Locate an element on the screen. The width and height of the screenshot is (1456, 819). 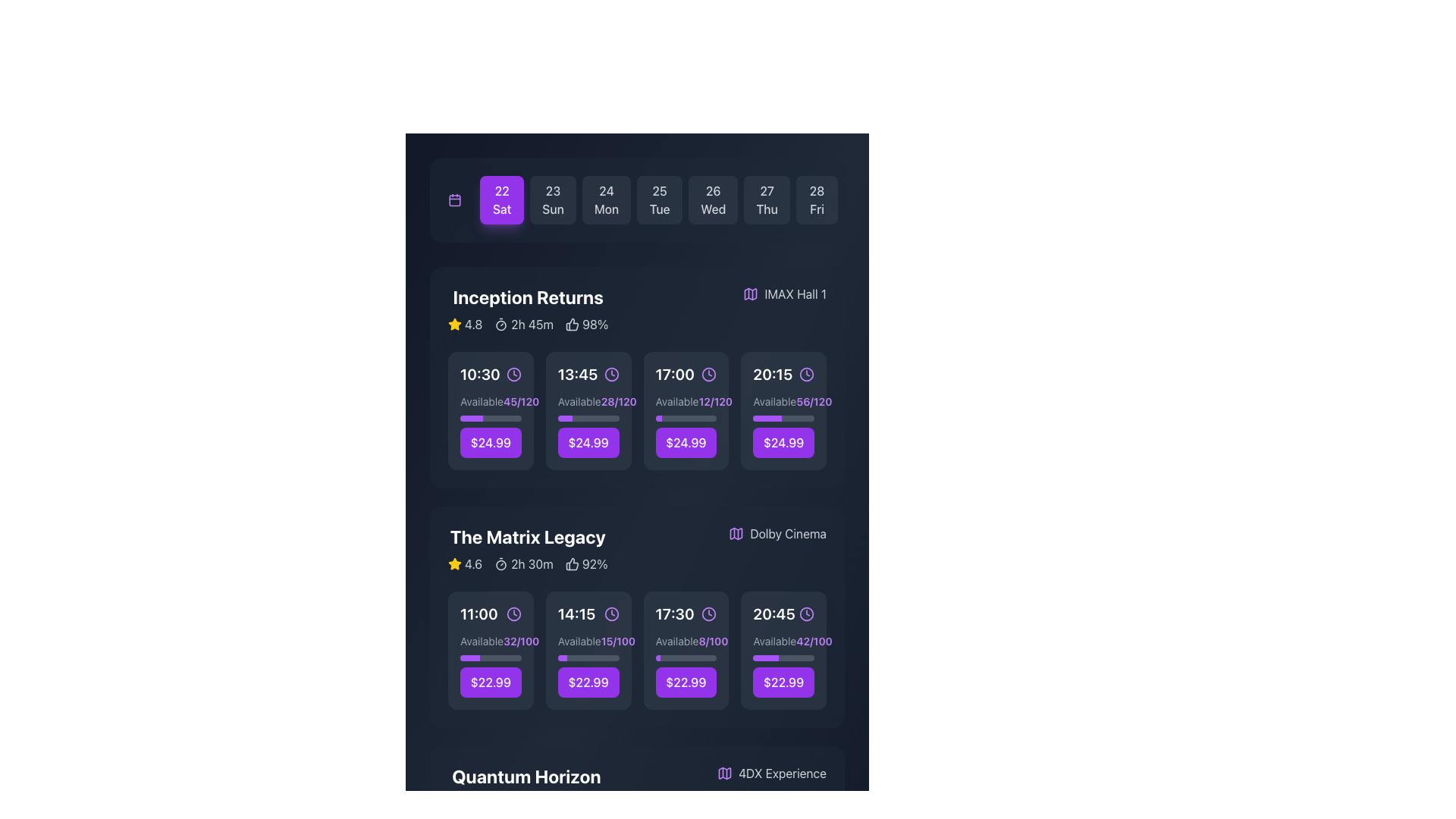
the progress bar that visually represents the percentage of available capacity, located below the text 'Available 28/120' and above the button displaying '$24.99' is located at coordinates (588, 418).